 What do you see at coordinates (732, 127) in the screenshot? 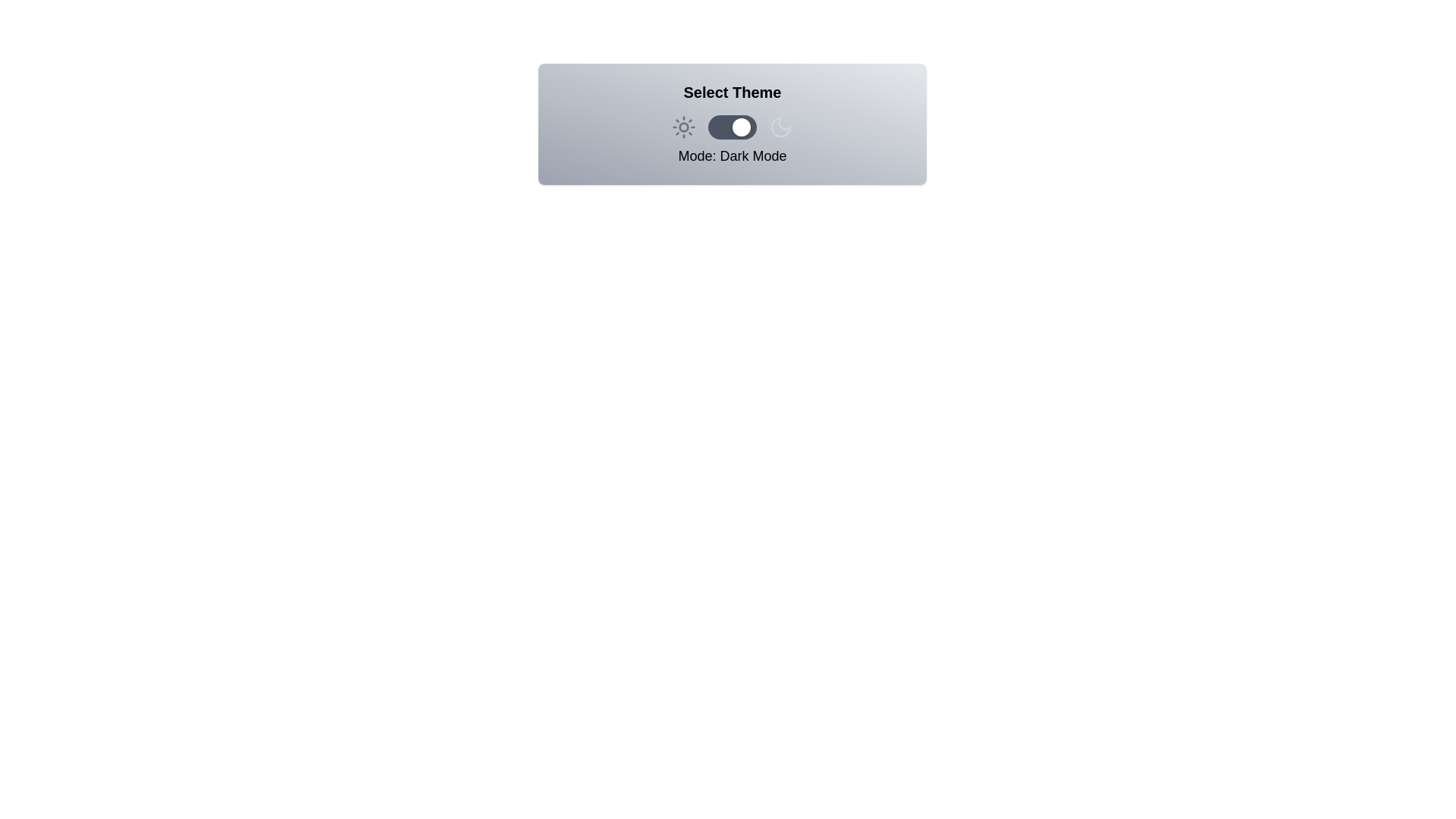
I see `the toggle switch to change the theme` at bounding box center [732, 127].